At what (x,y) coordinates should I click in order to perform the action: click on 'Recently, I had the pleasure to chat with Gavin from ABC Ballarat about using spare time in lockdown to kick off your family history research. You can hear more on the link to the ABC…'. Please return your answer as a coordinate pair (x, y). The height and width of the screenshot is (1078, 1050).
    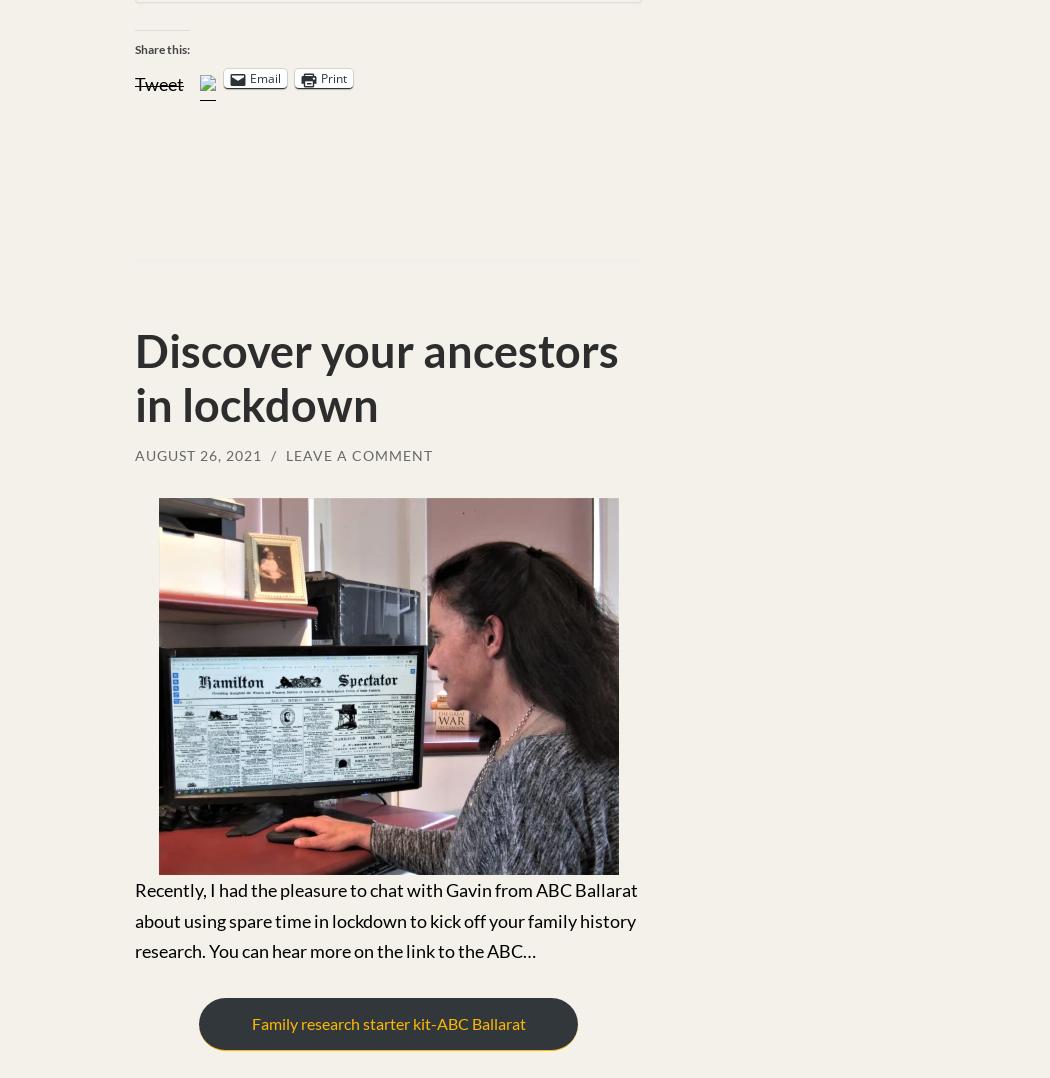
    Looking at the image, I should click on (134, 920).